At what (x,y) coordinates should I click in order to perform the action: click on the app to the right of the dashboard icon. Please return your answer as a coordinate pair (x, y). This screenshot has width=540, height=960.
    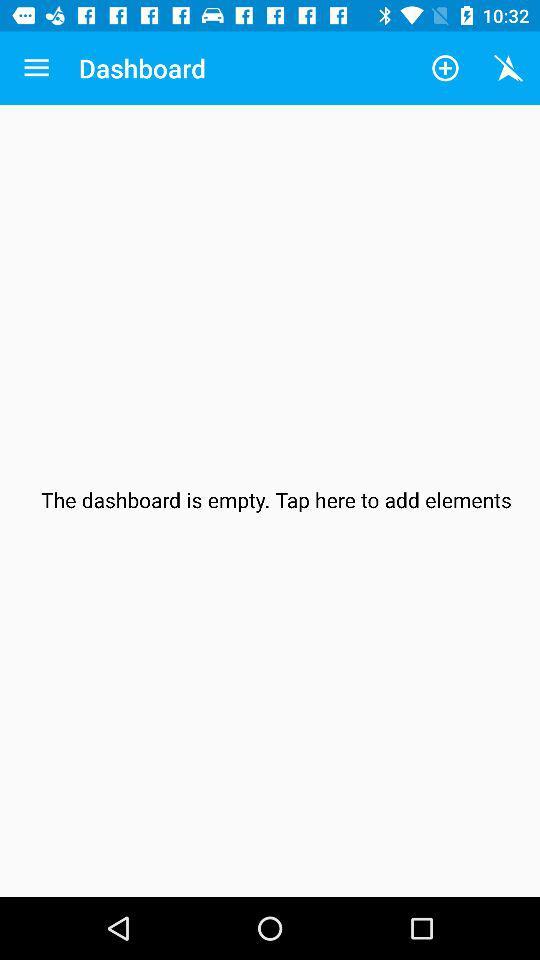
    Looking at the image, I should click on (445, 68).